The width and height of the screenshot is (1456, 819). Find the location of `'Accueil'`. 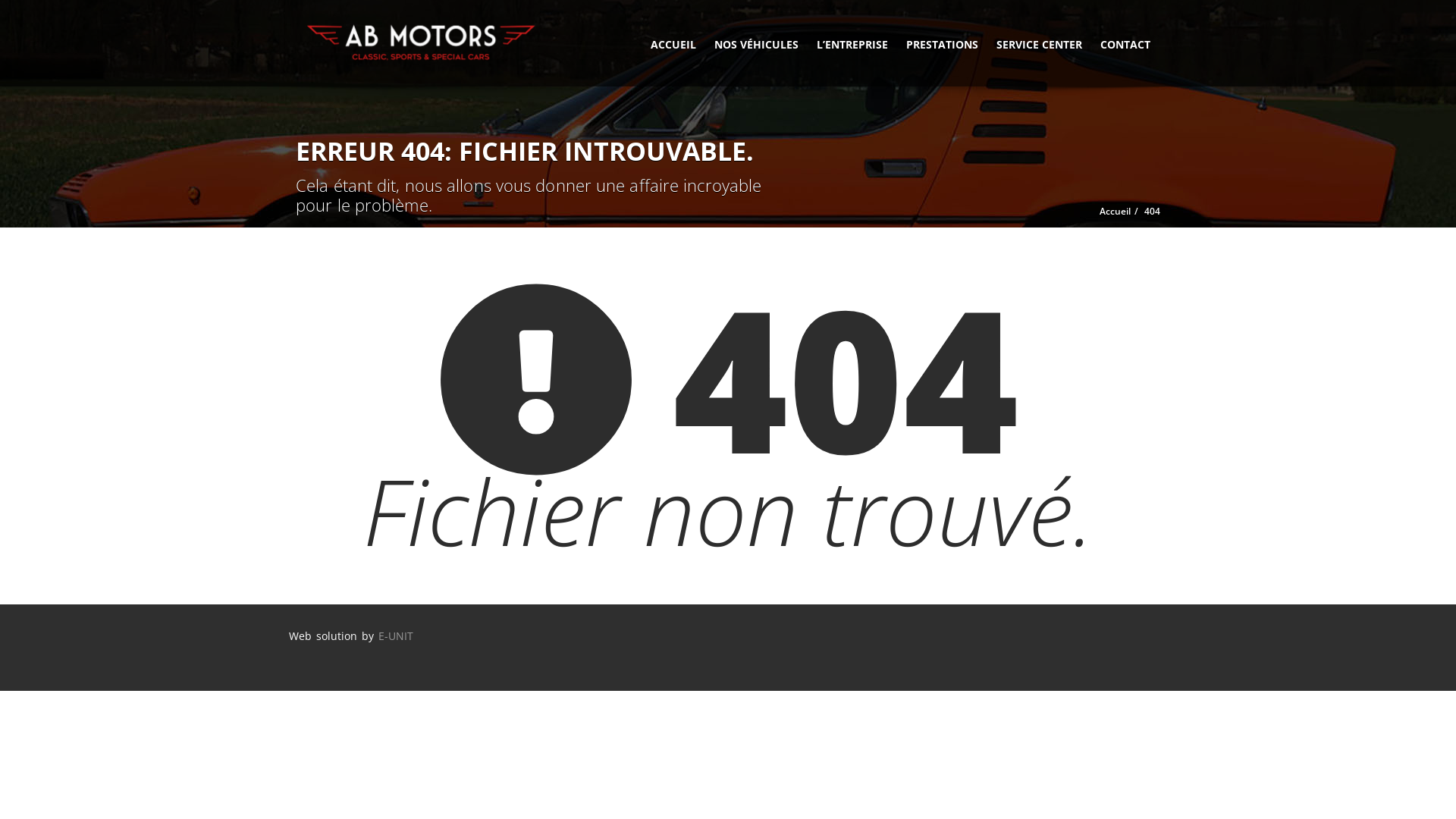

'Accueil' is located at coordinates (1115, 211).